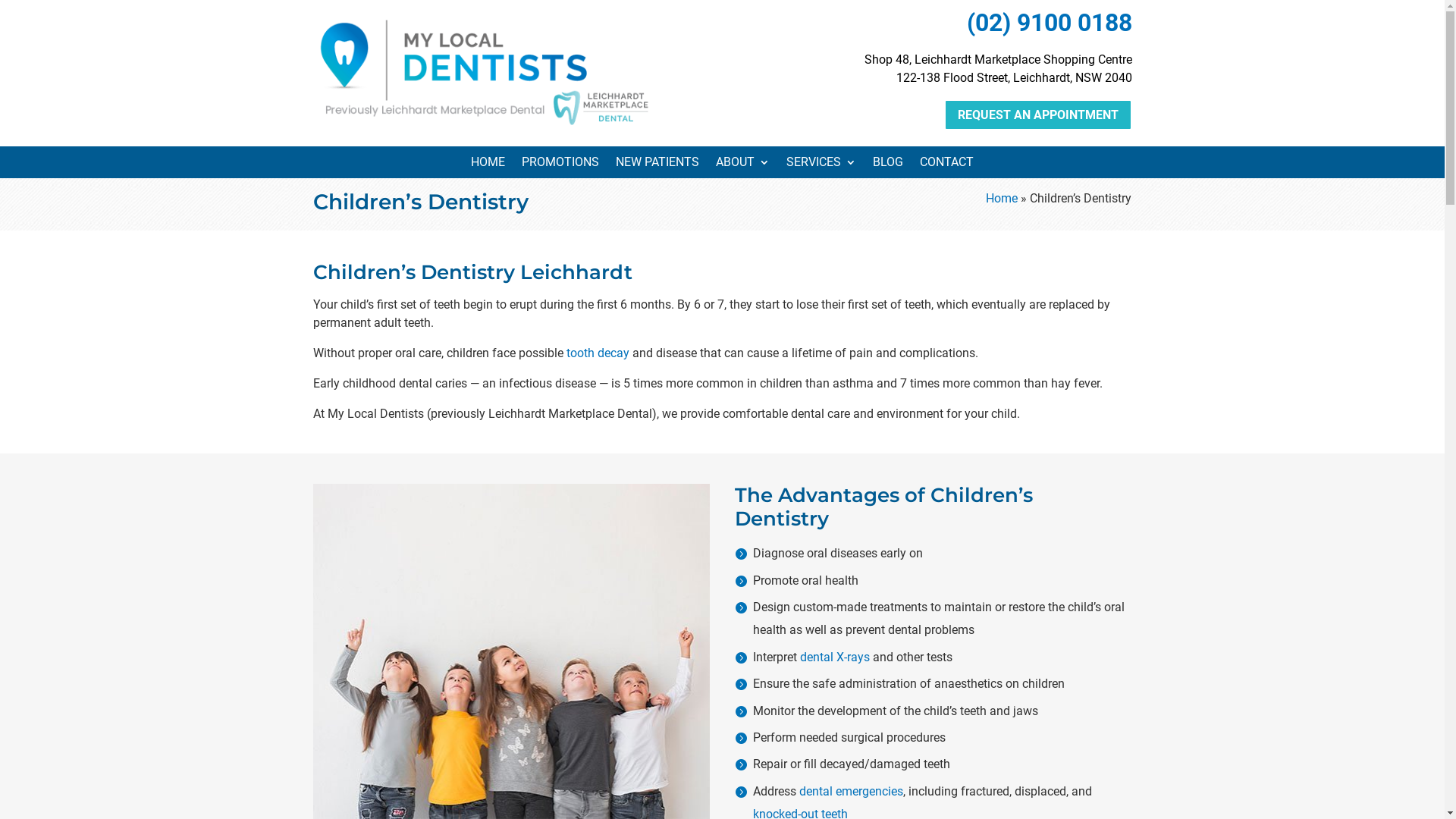 The width and height of the screenshot is (1456, 819). What do you see at coordinates (888, 165) in the screenshot?
I see `'BLOG'` at bounding box center [888, 165].